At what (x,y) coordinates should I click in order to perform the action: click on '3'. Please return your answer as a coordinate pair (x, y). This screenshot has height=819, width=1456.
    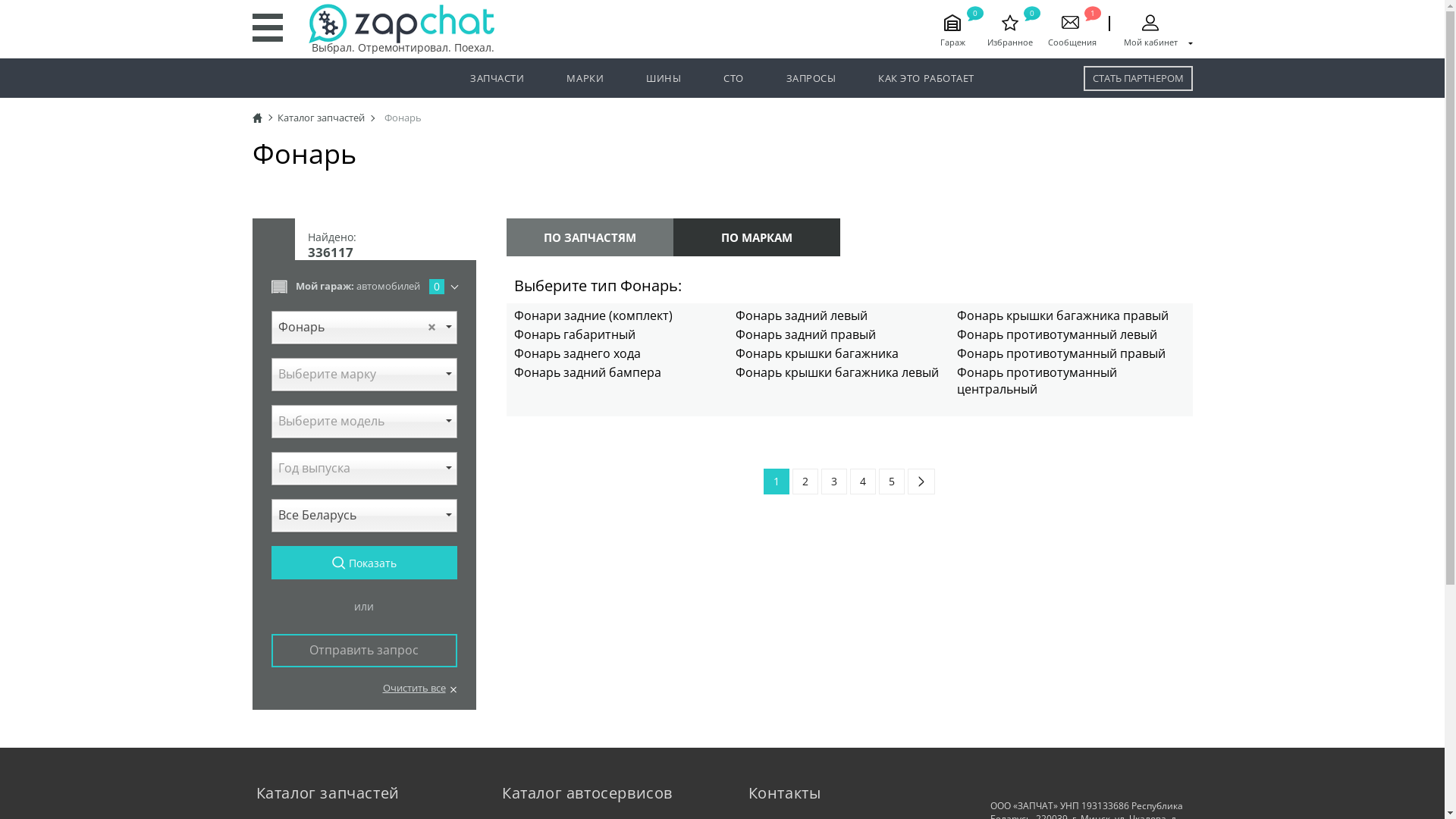
    Looking at the image, I should click on (833, 482).